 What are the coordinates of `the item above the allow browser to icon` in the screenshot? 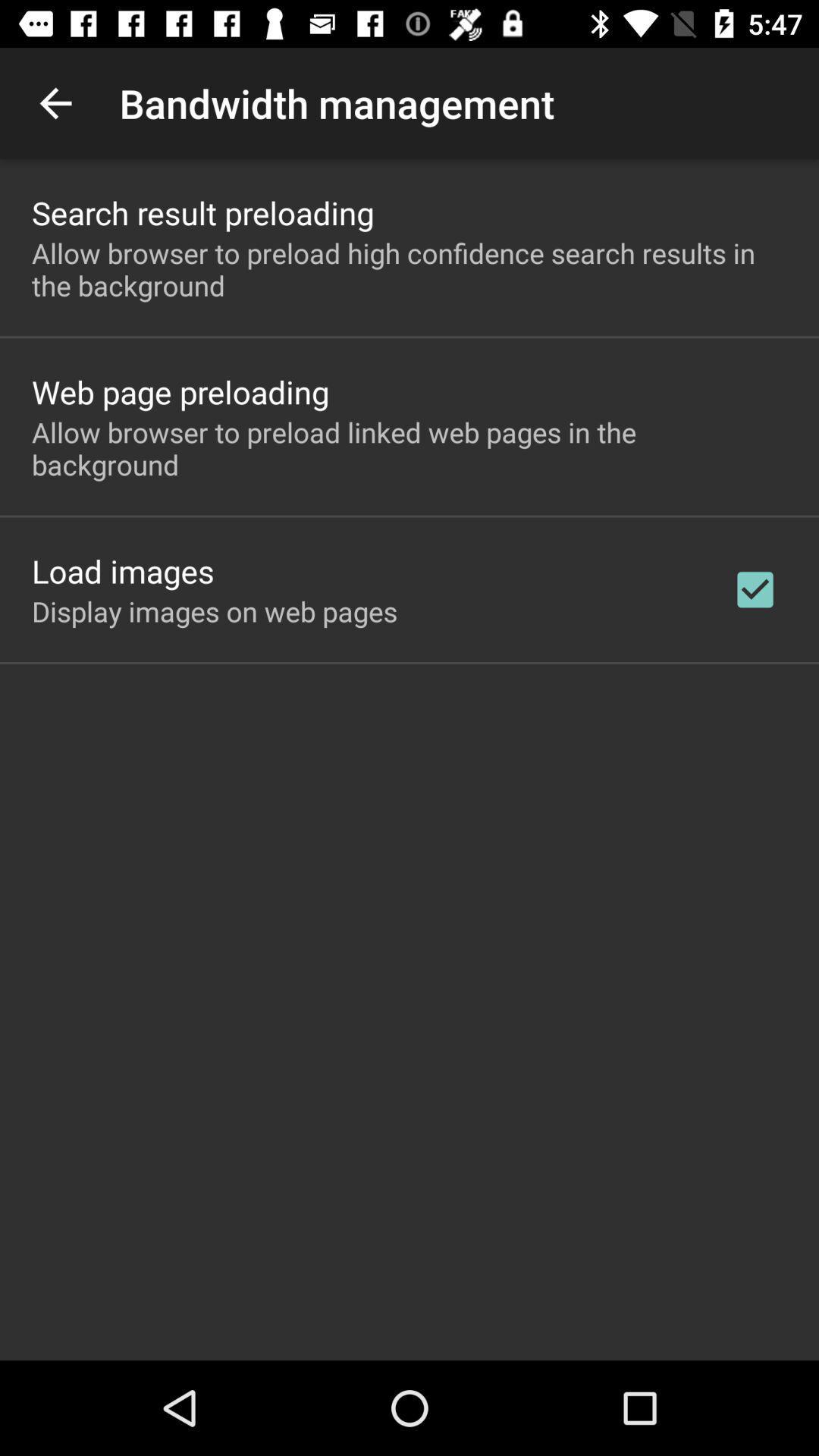 It's located at (202, 212).